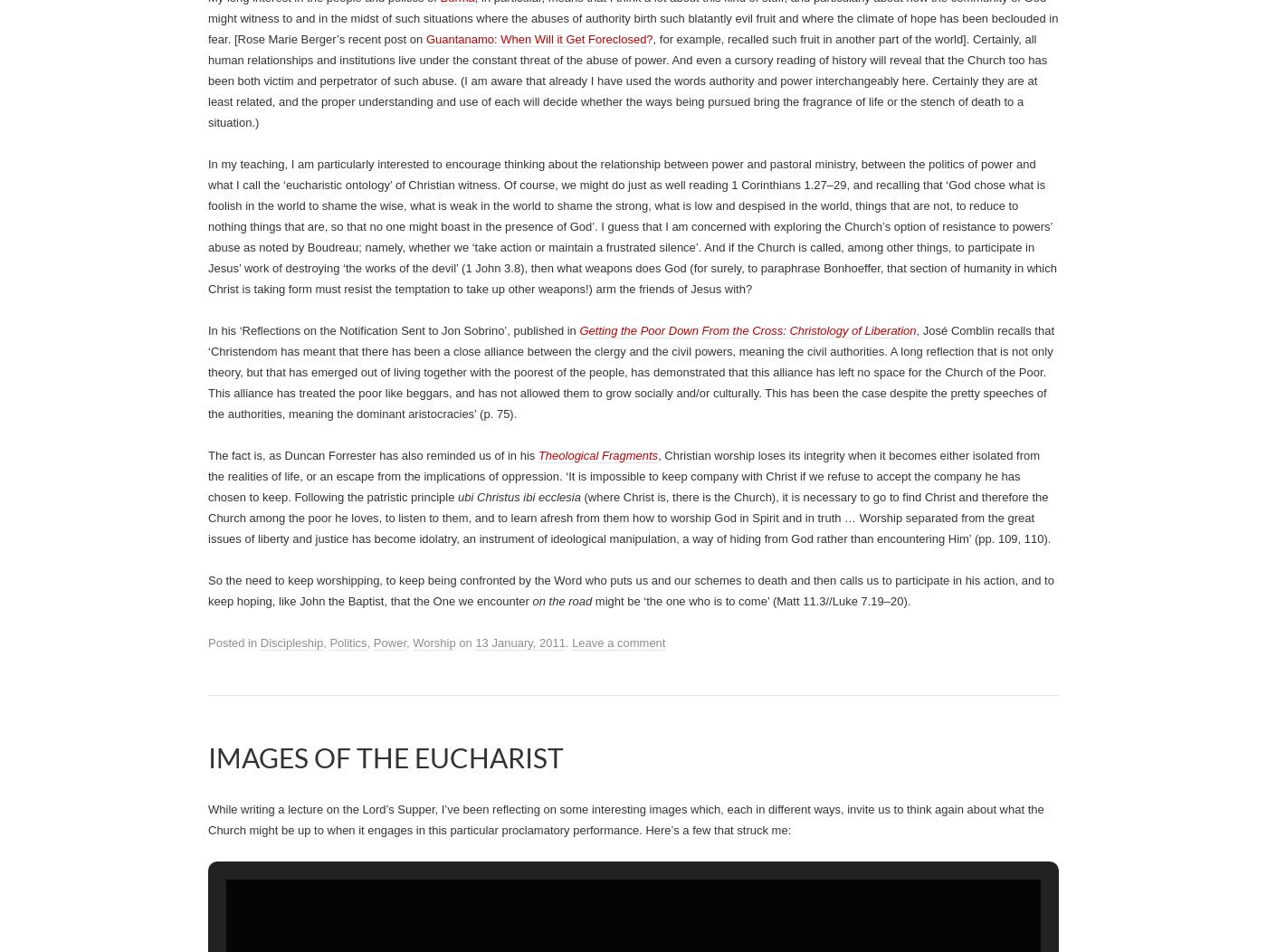 Image resolution: width=1267 pixels, height=952 pixels. Describe the element at coordinates (683, 296) in the screenshot. I see `'Prayer'` at that location.